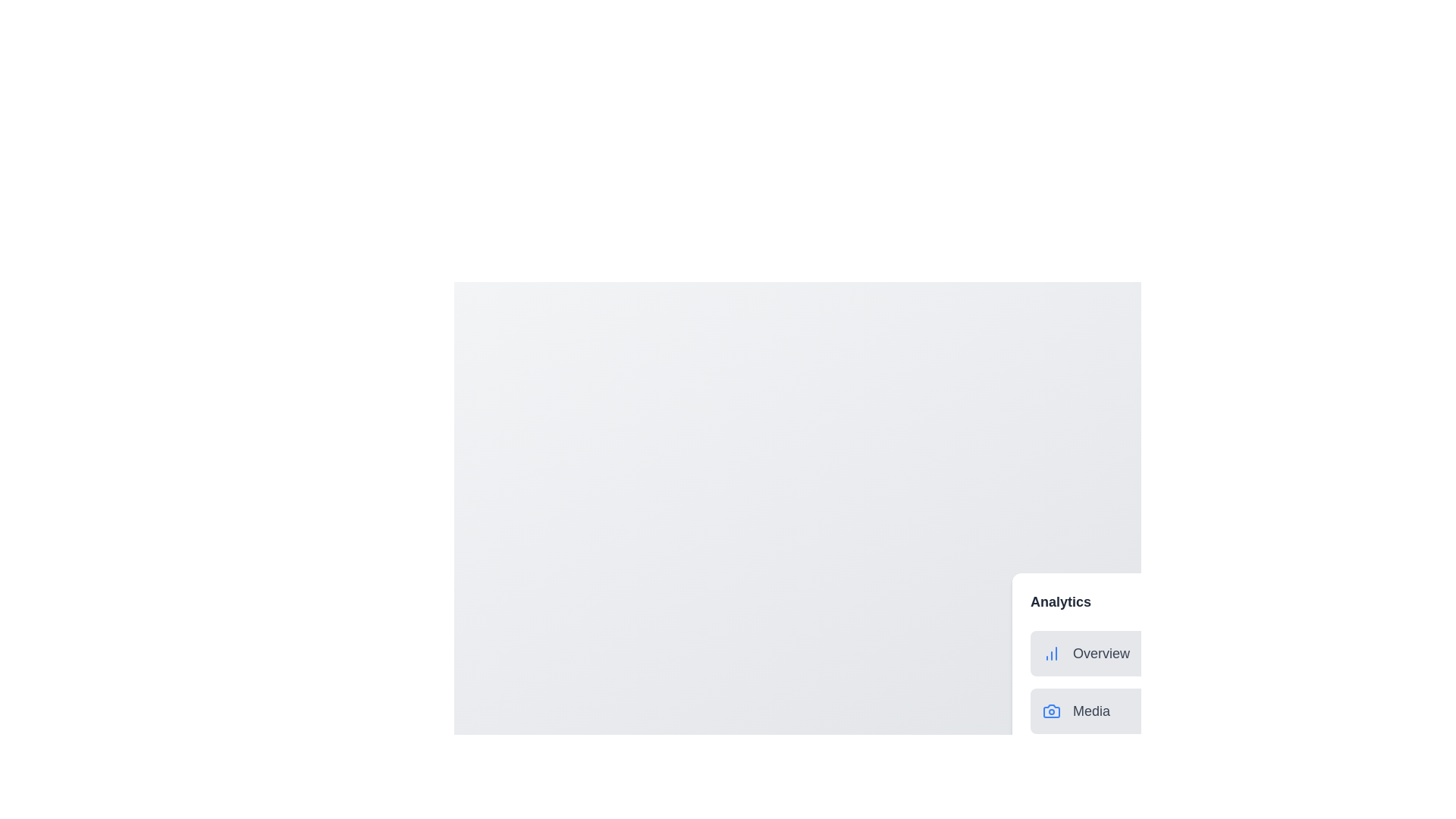 This screenshot has width=1456, height=819. Describe the element at coordinates (1181, 652) in the screenshot. I see `the Overview section to navigate` at that location.